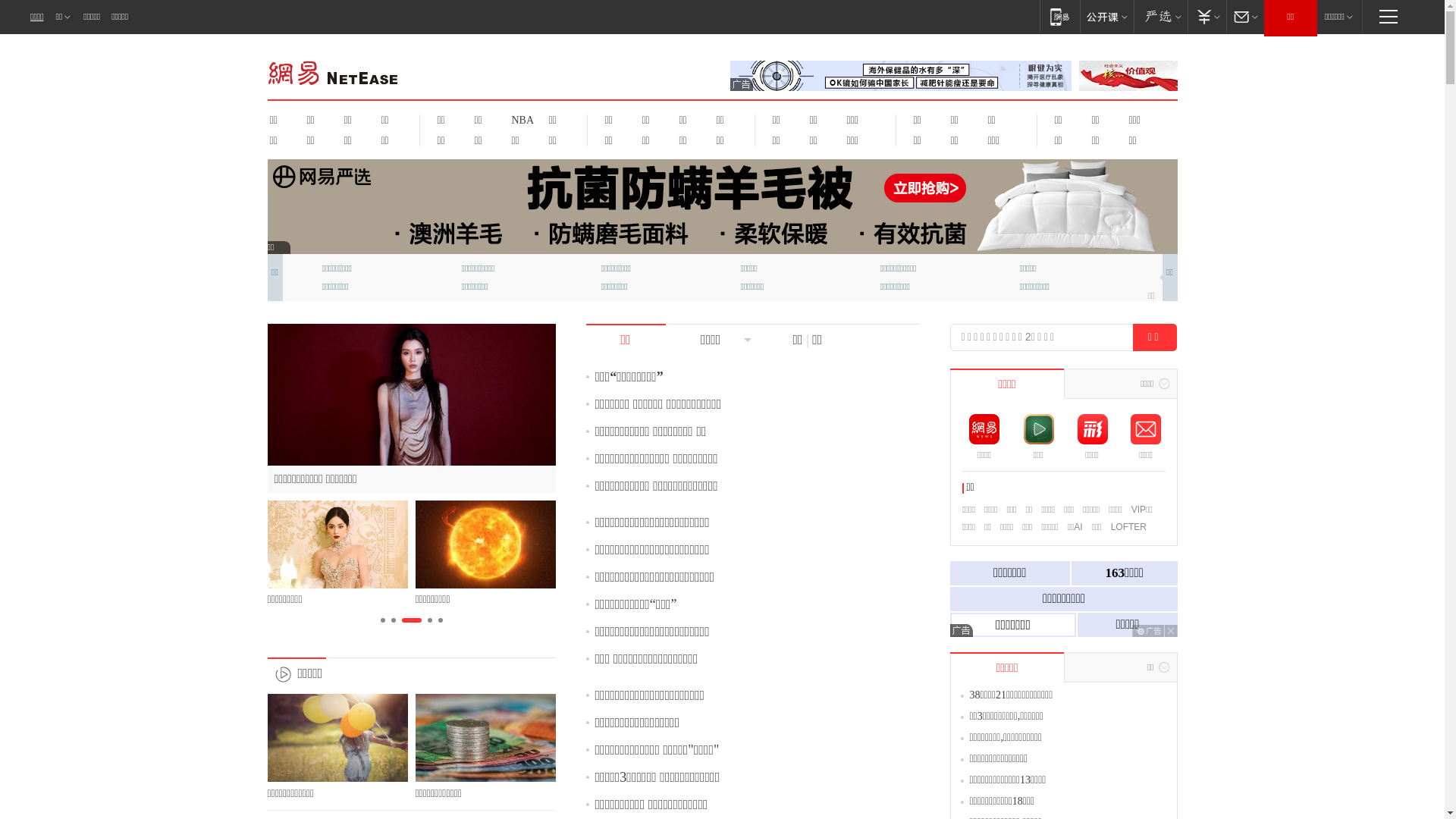 The height and width of the screenshot is (819, 1456). I want to click on 'NBA', so click(520, 119).